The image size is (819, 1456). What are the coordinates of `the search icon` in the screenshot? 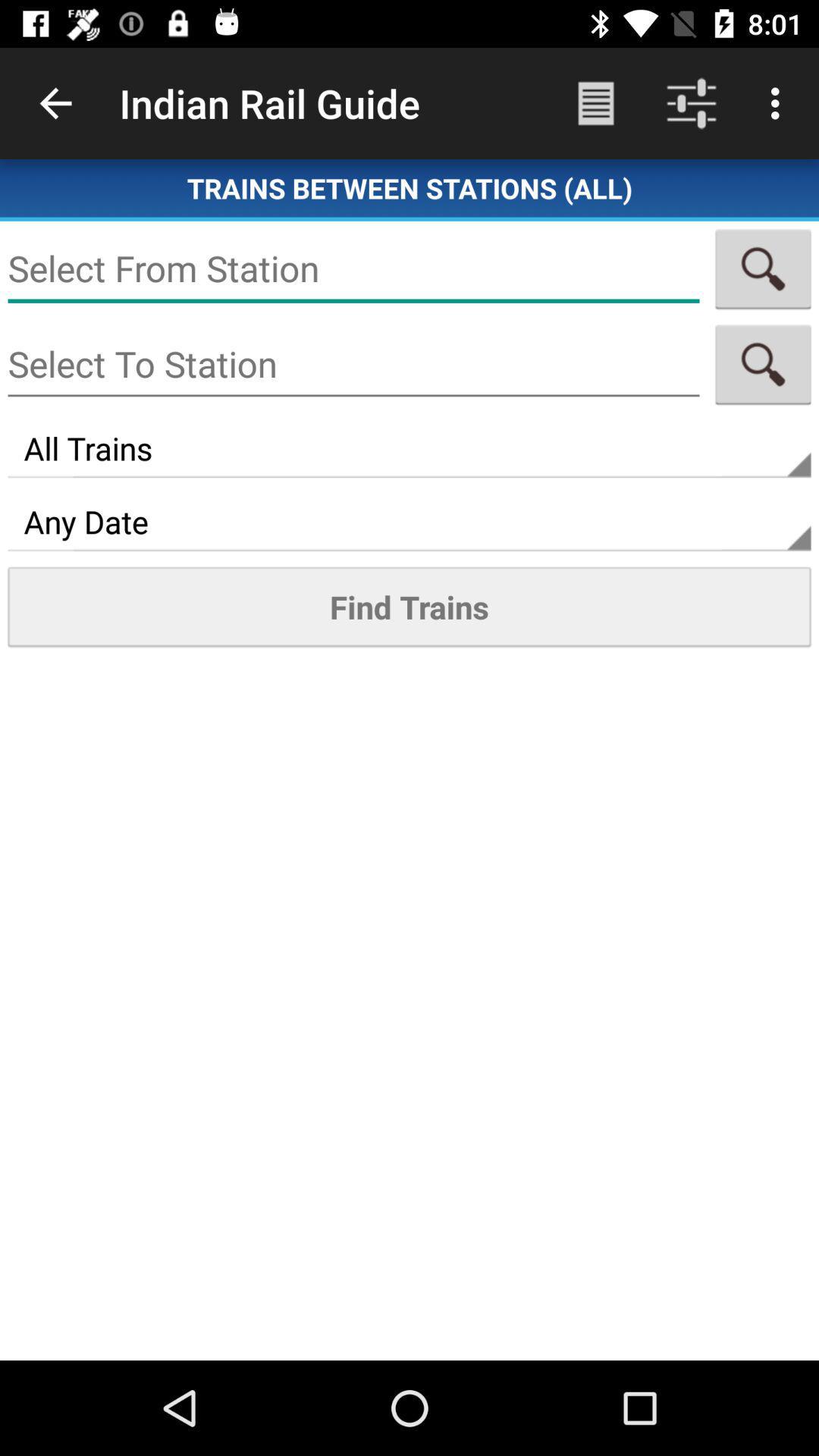 It's located at (763, 364).